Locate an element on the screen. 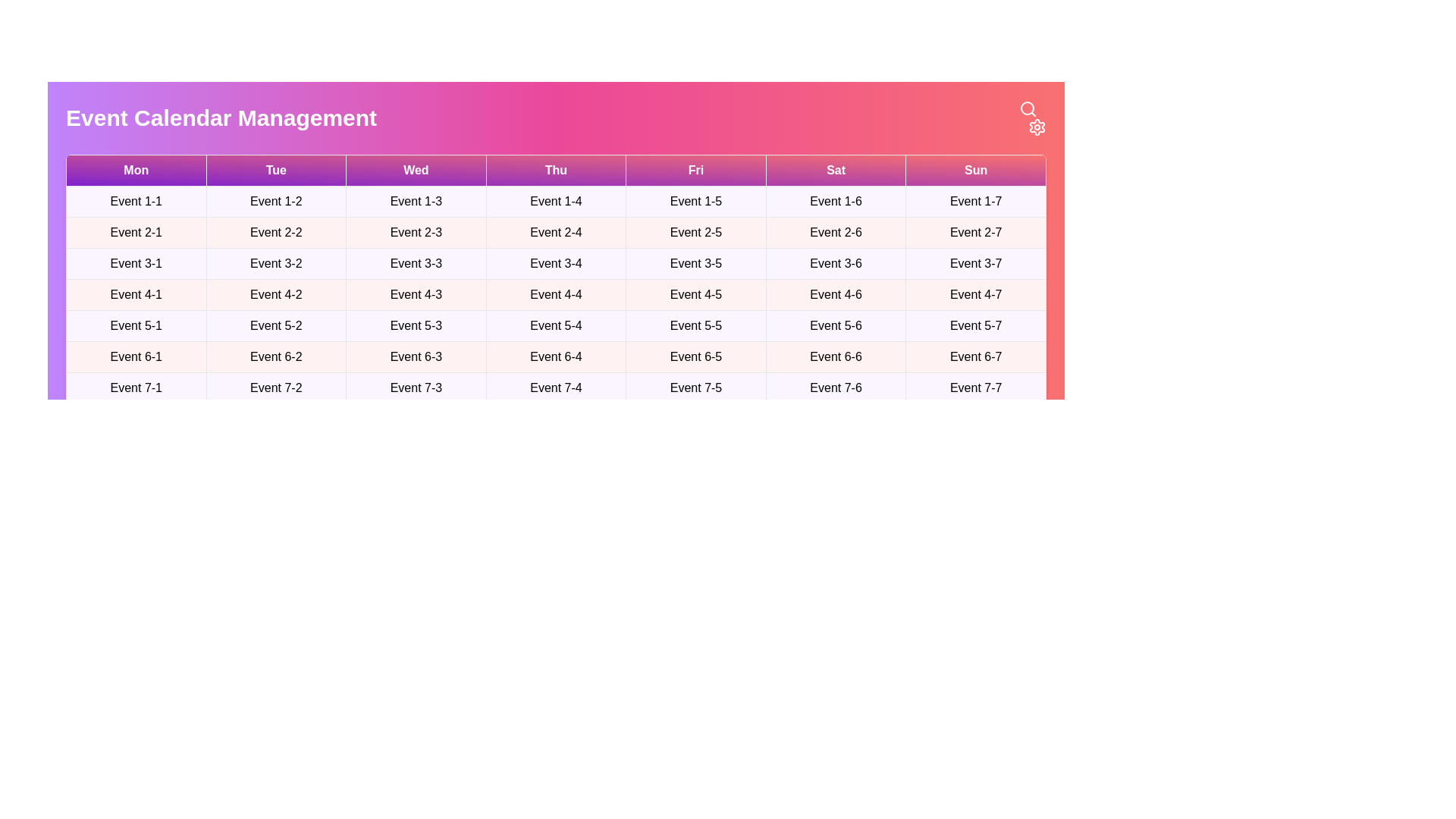 Image resolution: width=1456 pixels, height=819 pixels. the Search navigation icon is located at coordinates (1028, 108).